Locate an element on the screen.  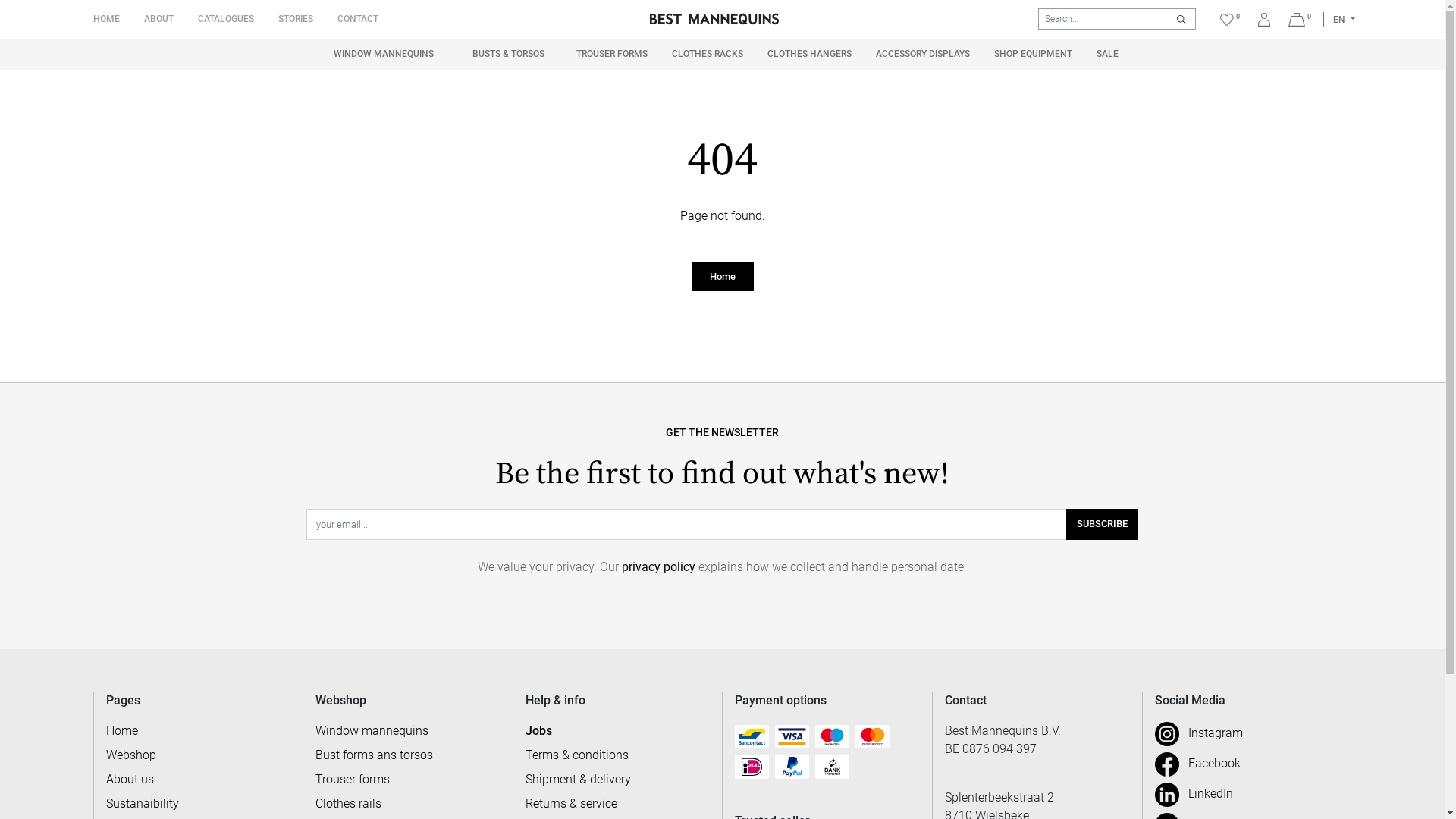
'Terms & conditions' is located at coordinates (576, 755).